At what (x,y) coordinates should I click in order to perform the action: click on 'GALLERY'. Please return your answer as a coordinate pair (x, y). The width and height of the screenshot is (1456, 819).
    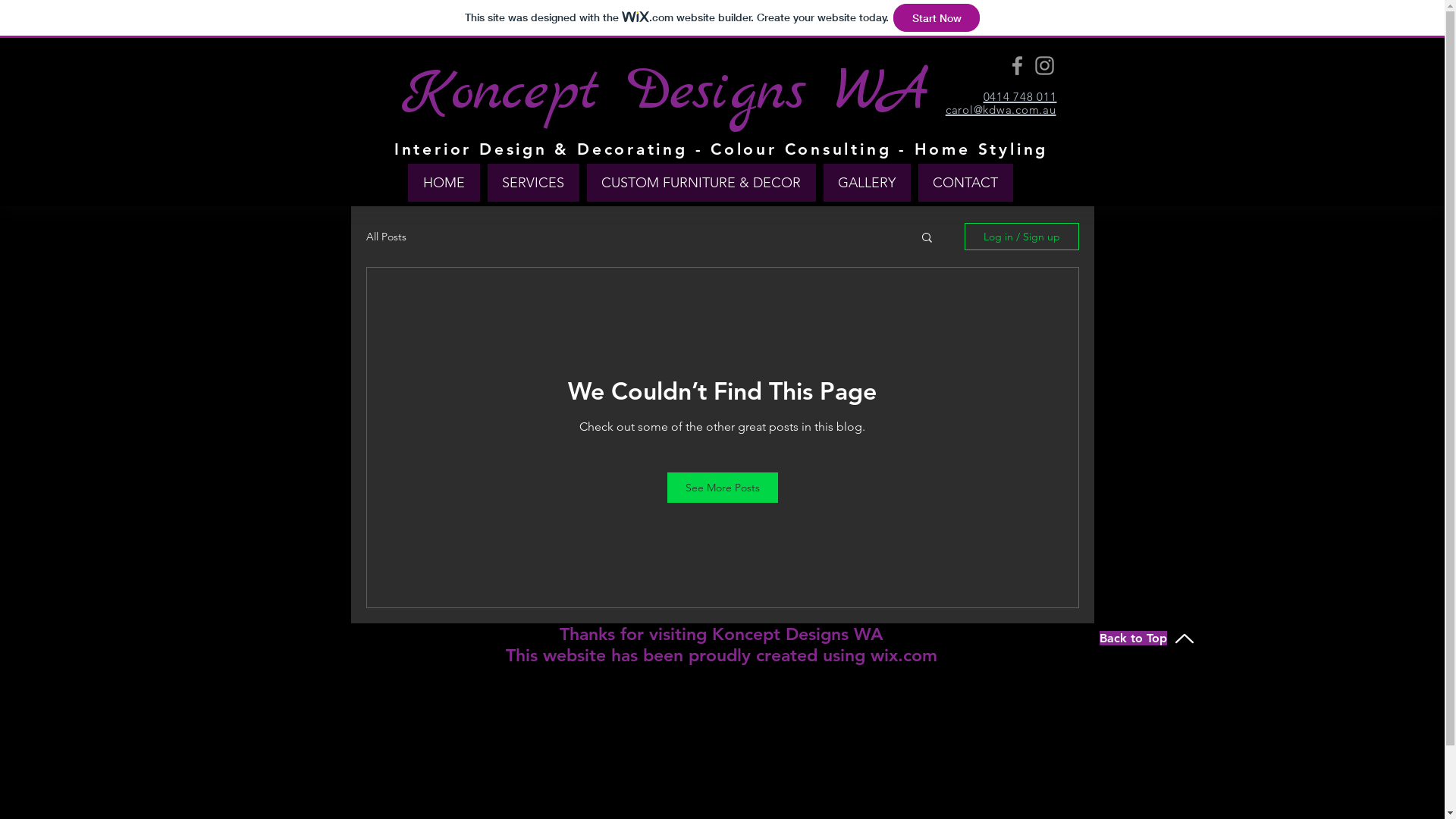
    Looking at the image, I should click on (867, 181).